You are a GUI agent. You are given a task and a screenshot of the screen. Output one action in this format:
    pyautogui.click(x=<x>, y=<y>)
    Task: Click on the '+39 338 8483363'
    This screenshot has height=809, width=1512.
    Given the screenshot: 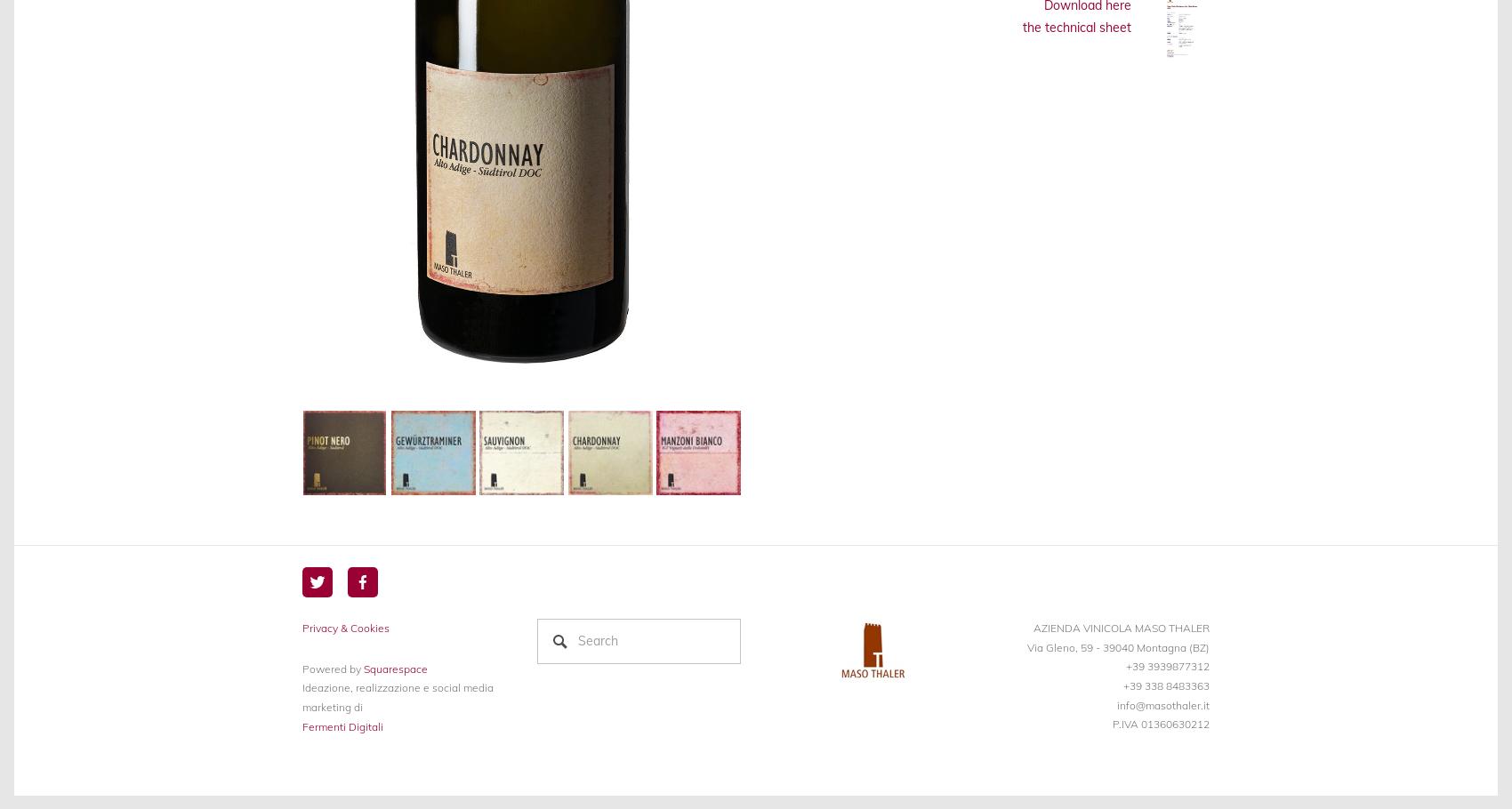 What is the action you would take?
    pyautogui.click(x=1166, y=685)
    